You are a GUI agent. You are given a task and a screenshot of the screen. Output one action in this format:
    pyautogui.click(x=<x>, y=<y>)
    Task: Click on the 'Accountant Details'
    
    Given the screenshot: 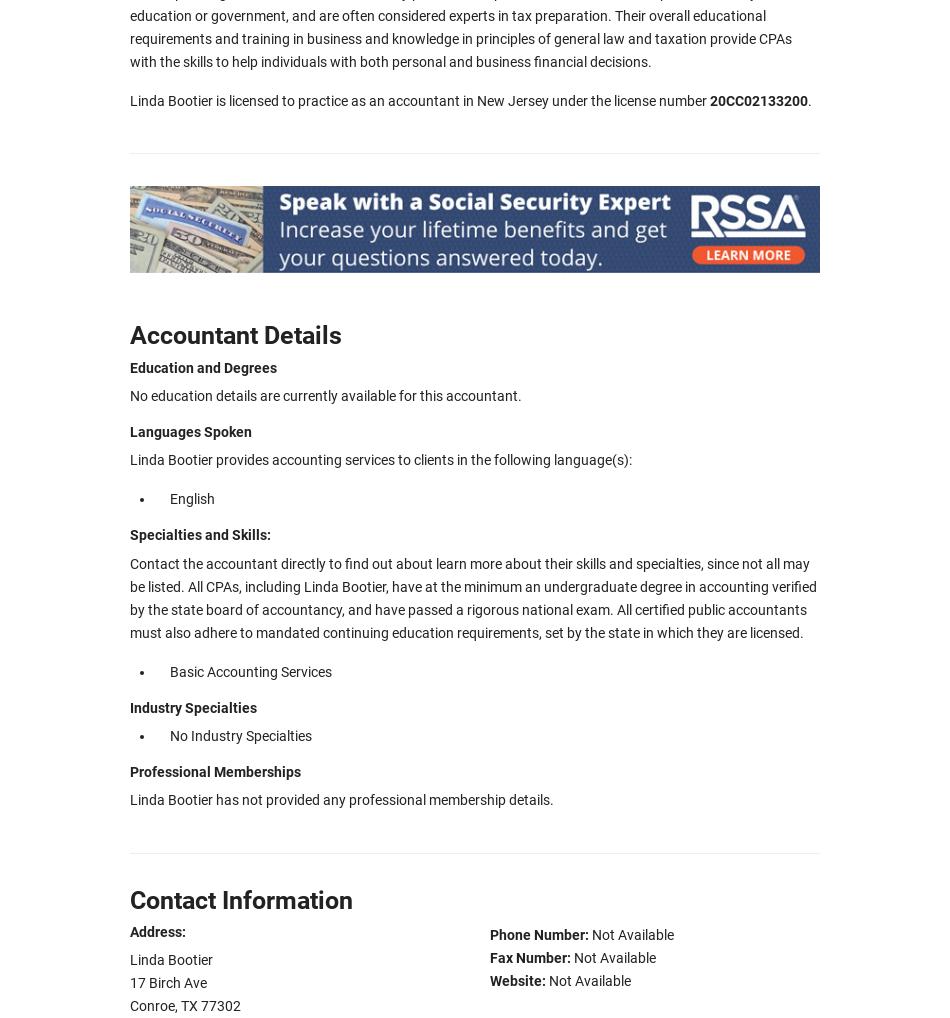 What is the action you would take?
    pyautogui.click(x=235, y=334)
    